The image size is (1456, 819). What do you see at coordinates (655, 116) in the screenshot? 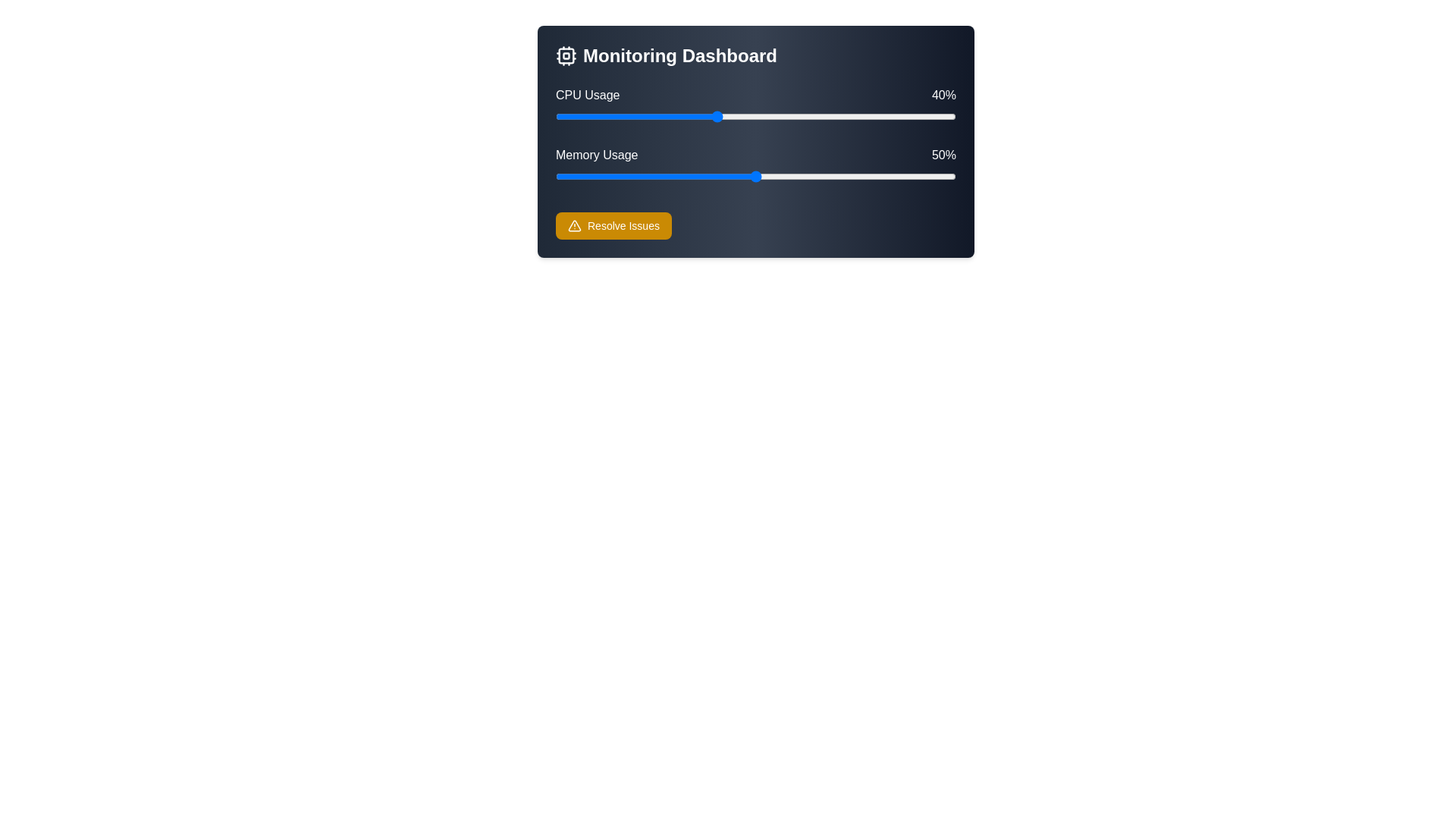
I see `CPU usage` at bounding box center [655, 116].